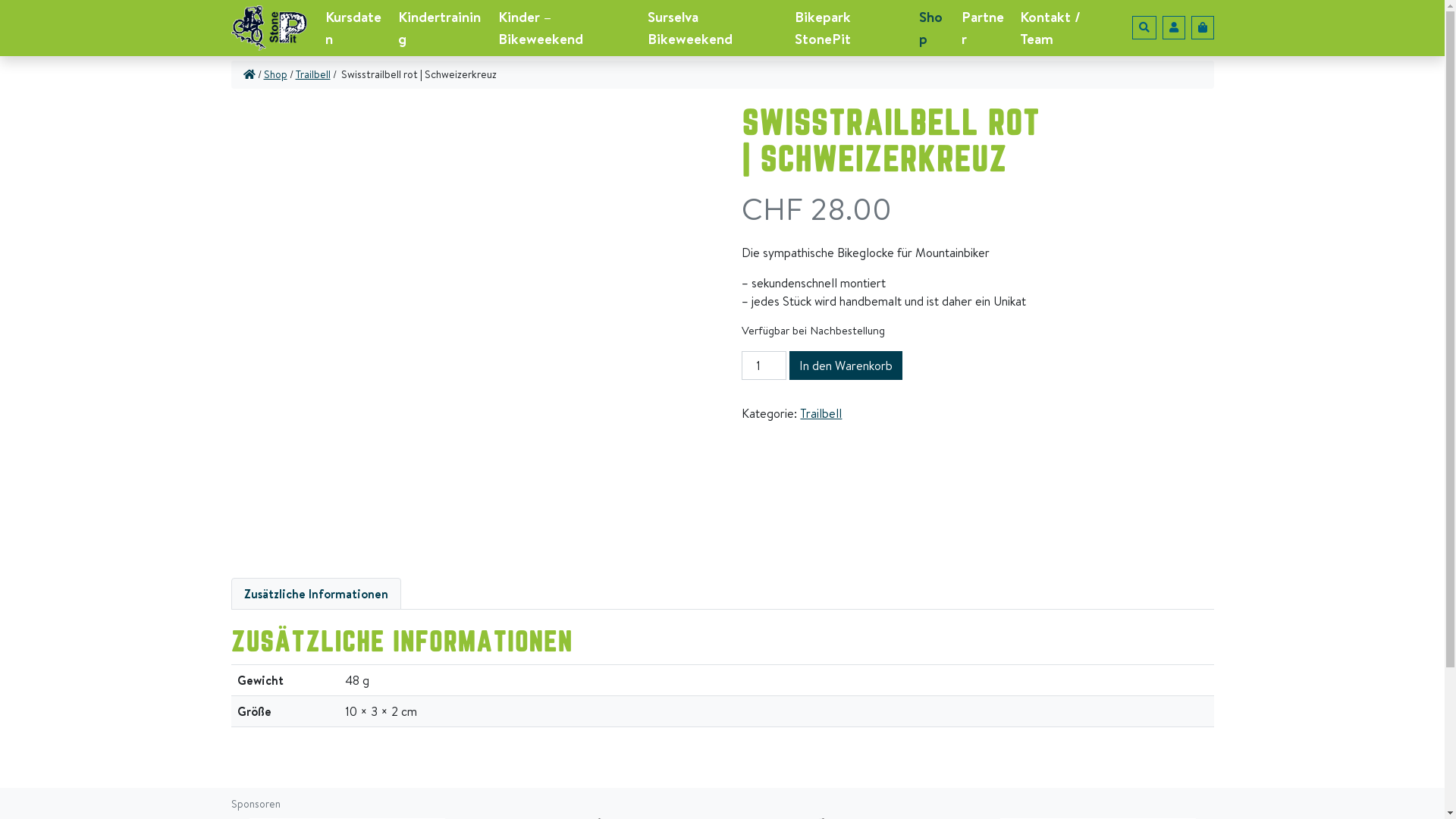 Image resolution: width=1456 pixels, height=819 pixels. Describe the element at coordinates (820, 413) in the screenshot. I see `'Trailbell'` at that location.